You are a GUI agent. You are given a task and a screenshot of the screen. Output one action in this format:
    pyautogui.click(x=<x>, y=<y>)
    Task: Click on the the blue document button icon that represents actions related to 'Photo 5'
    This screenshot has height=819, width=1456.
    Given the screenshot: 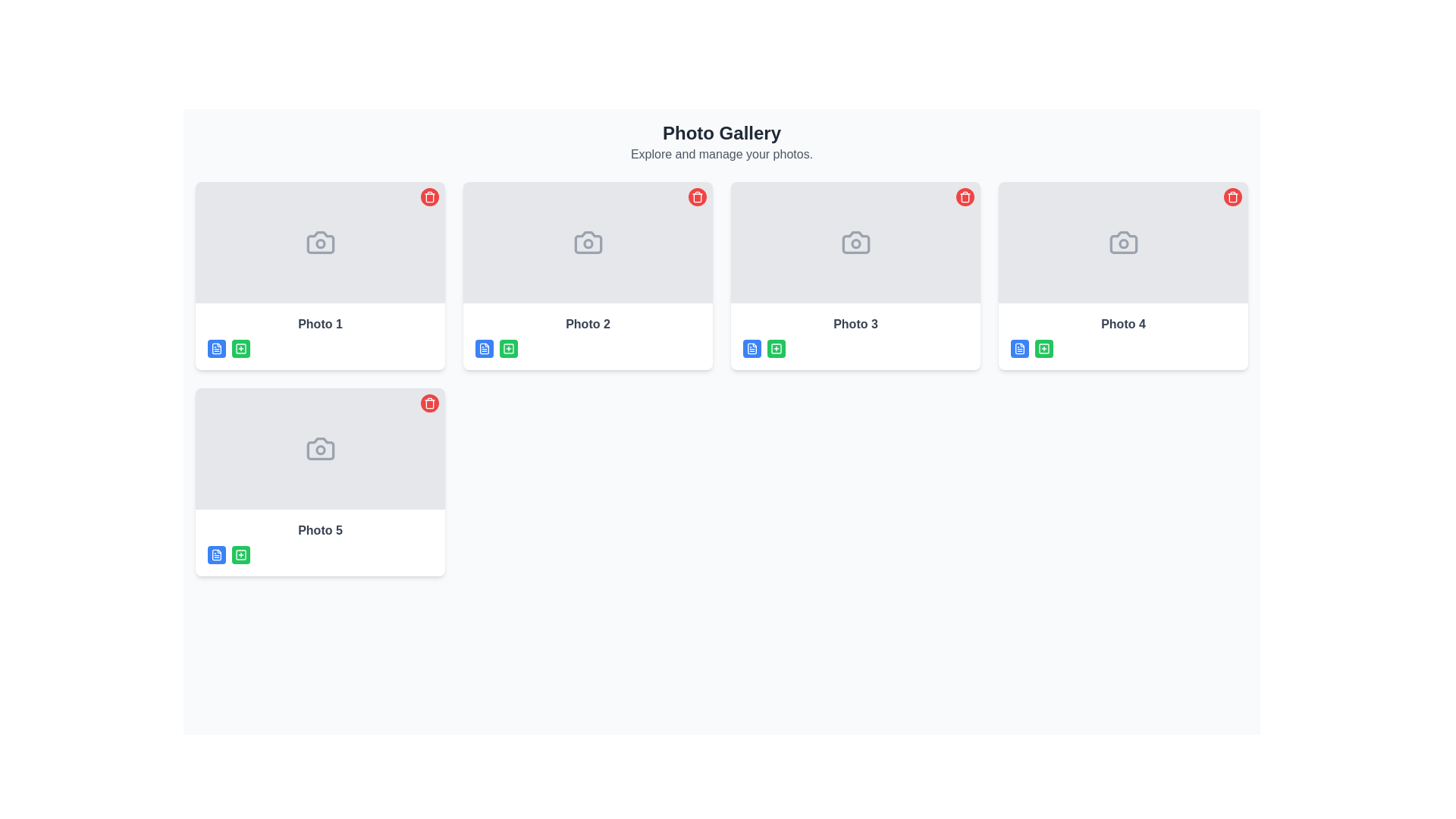 What is the action you would take?
    pyautogui.click(x=216, y=555)
    